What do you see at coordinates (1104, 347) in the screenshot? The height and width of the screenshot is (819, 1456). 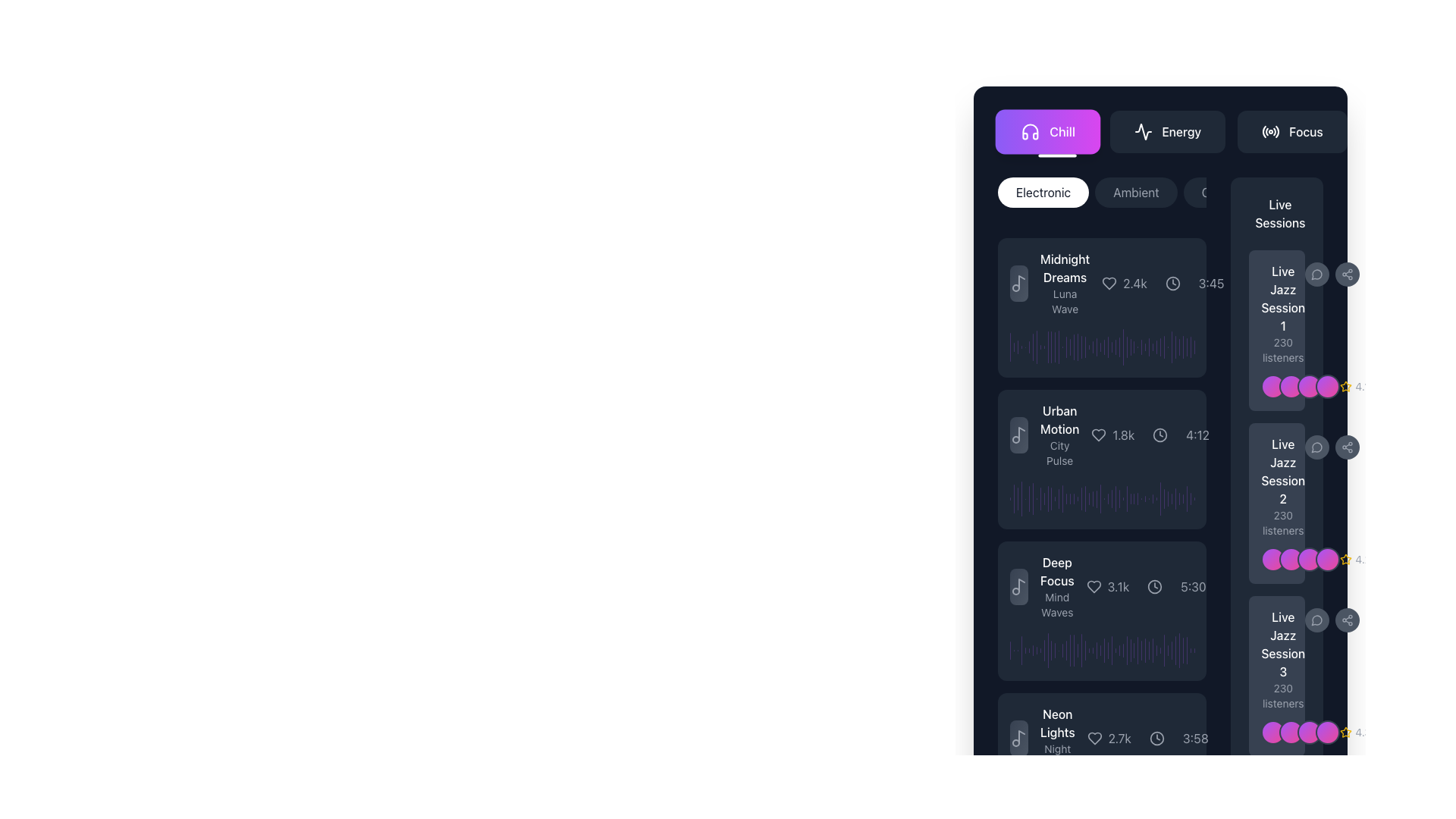 I see `the 25th graphical bar element in the chart to interact with it` at bounding box center [1104, 347].